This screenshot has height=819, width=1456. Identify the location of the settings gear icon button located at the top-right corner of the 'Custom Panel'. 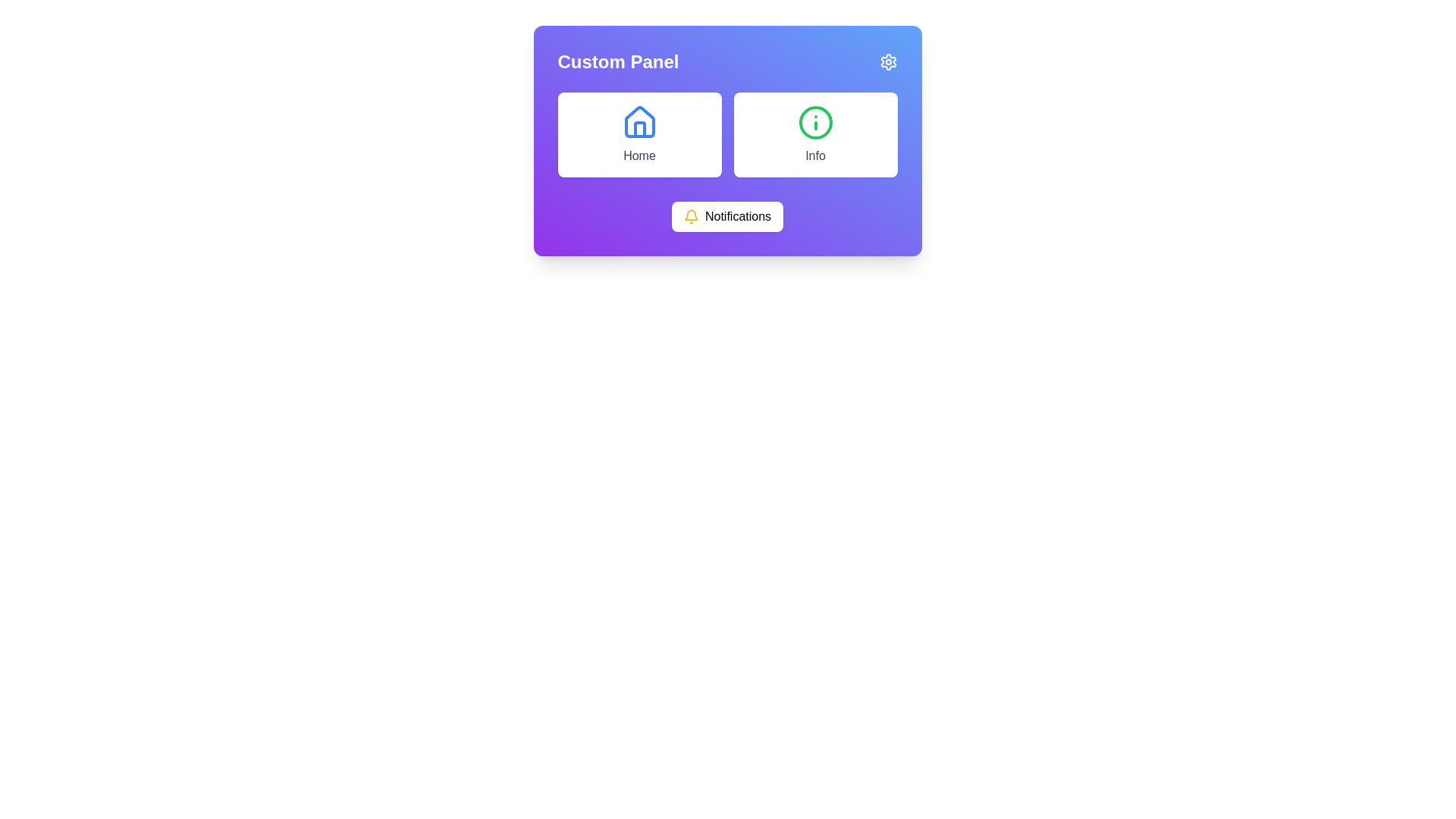
(888, 61).